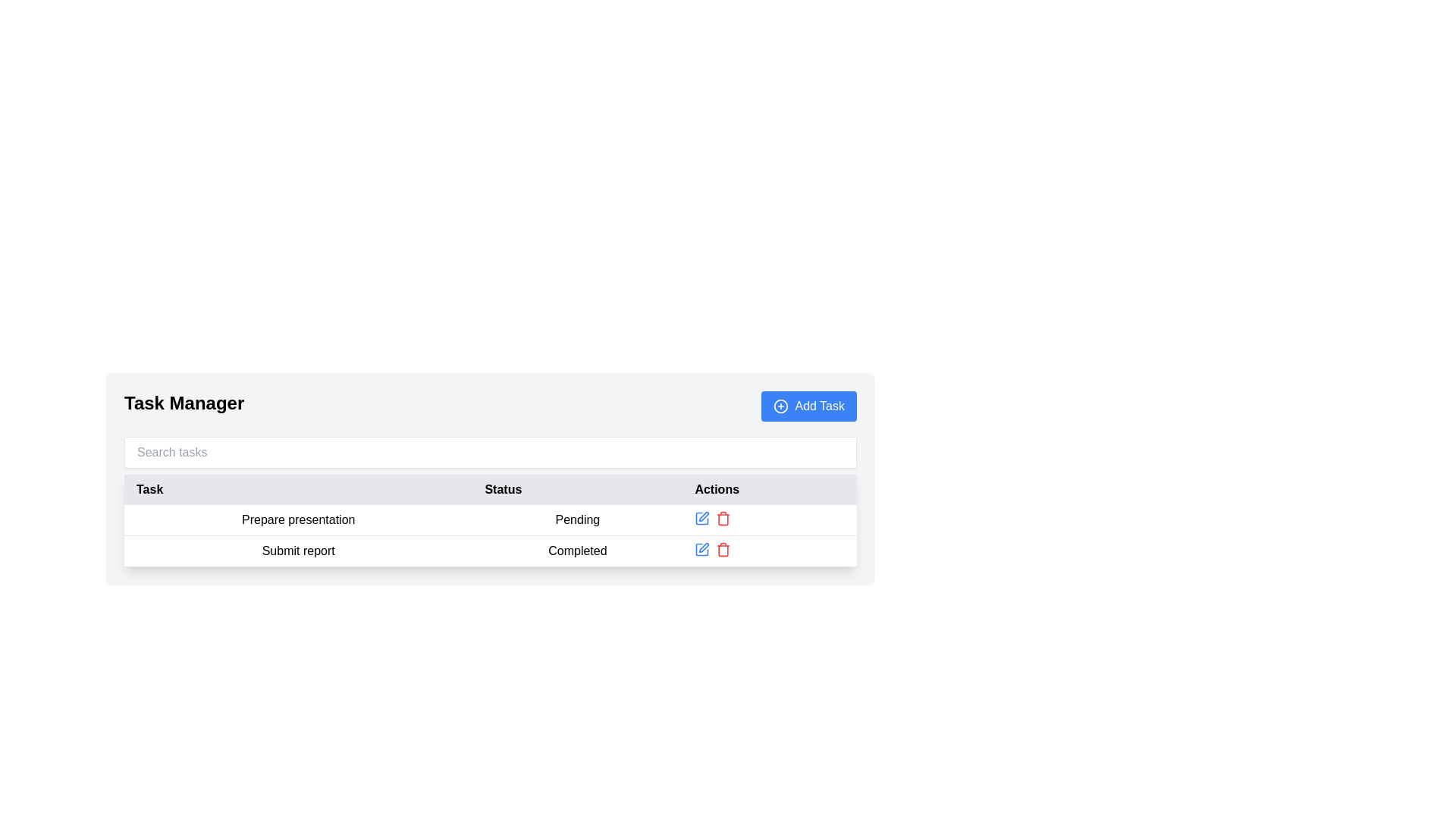 This screenshot has width=1456, height=819. Describe the element at coordinates (491, 519) in the screenshot. I see `the first interactive row in the Task Manager table` at that location.